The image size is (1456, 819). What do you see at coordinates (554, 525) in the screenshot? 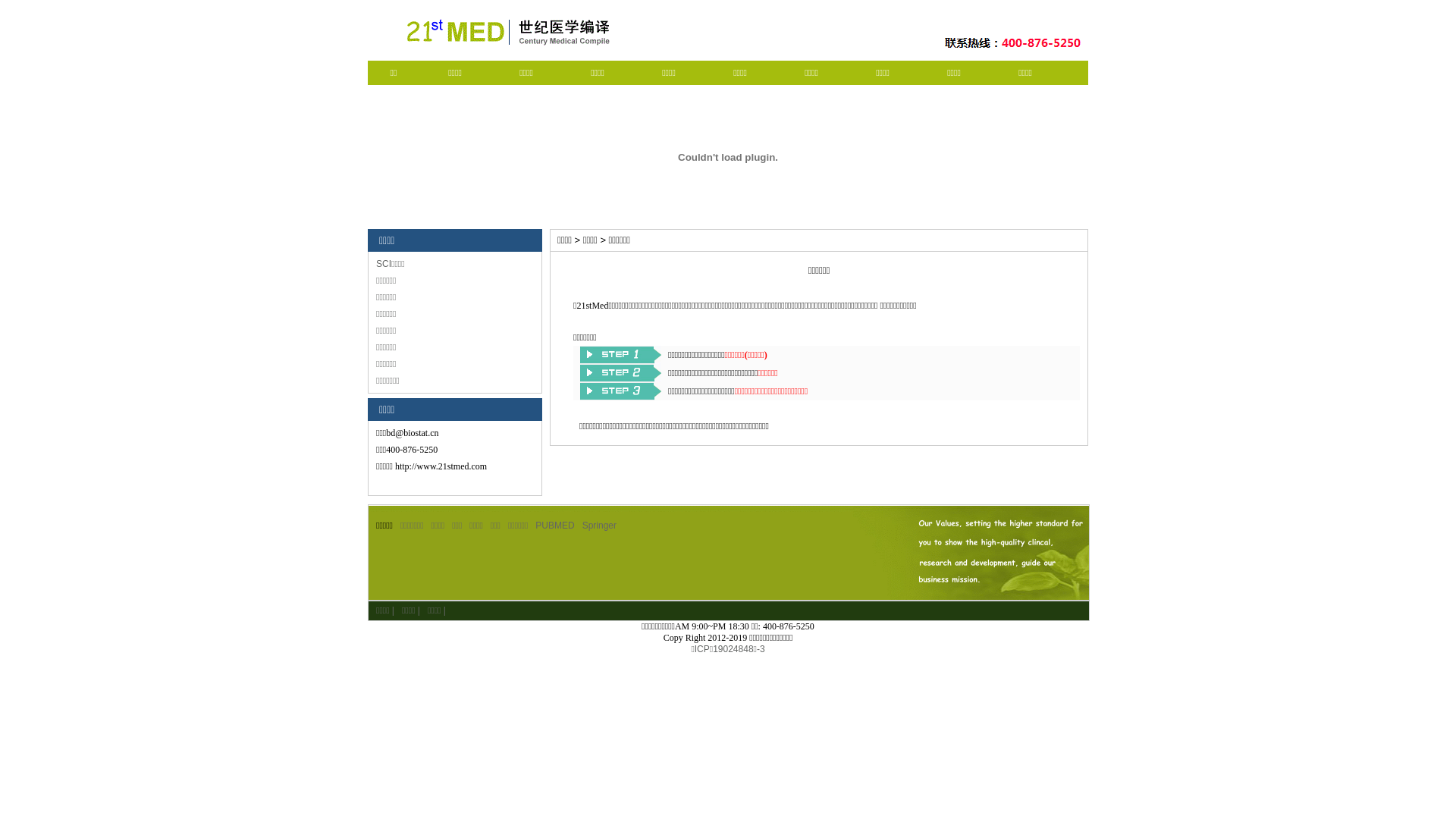
I see `'PUBMED'` at bounding box center [554, 525].